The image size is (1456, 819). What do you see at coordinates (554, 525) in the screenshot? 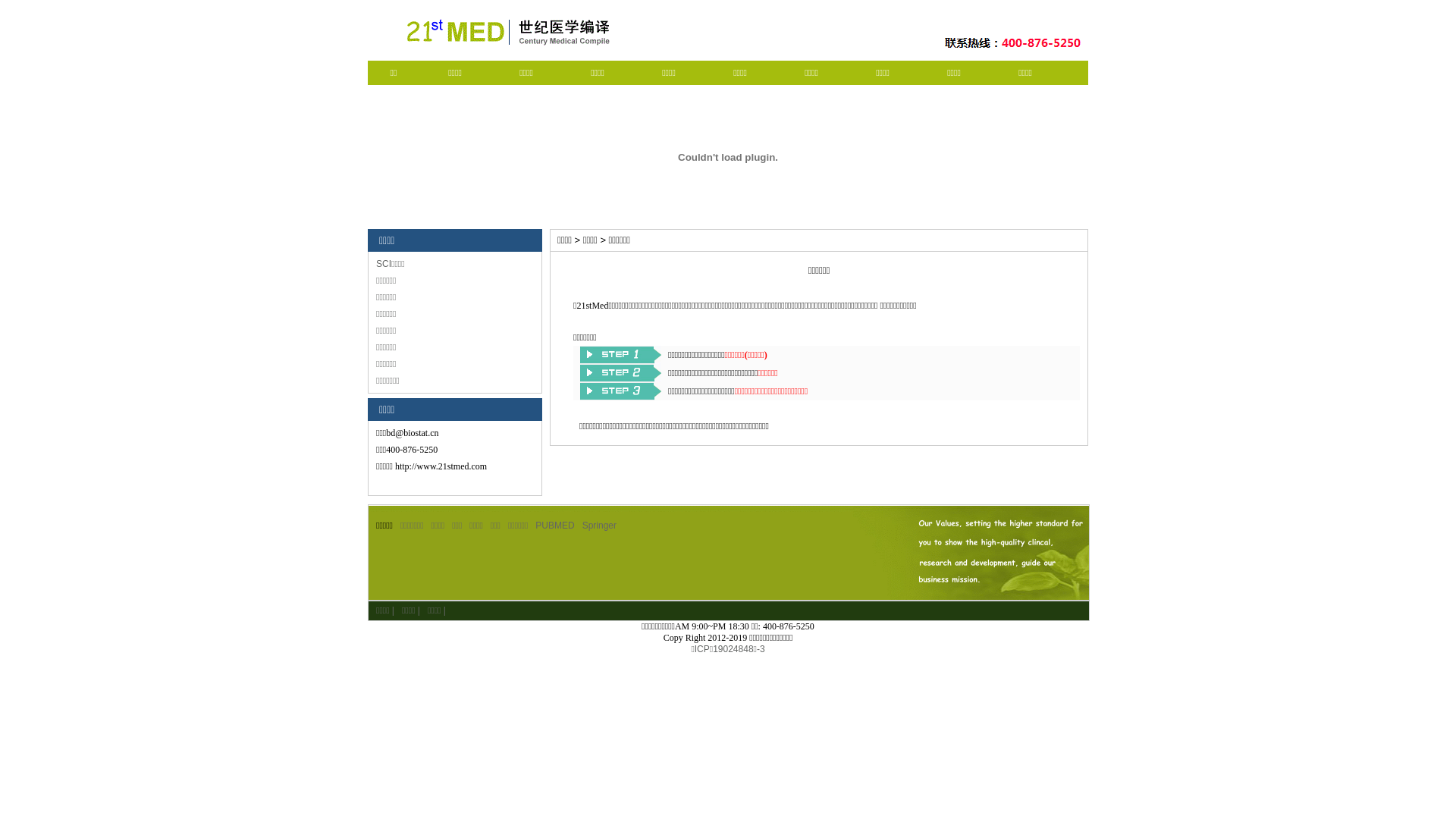
I see `'PUBMED'` at bounding box center [554, 525].